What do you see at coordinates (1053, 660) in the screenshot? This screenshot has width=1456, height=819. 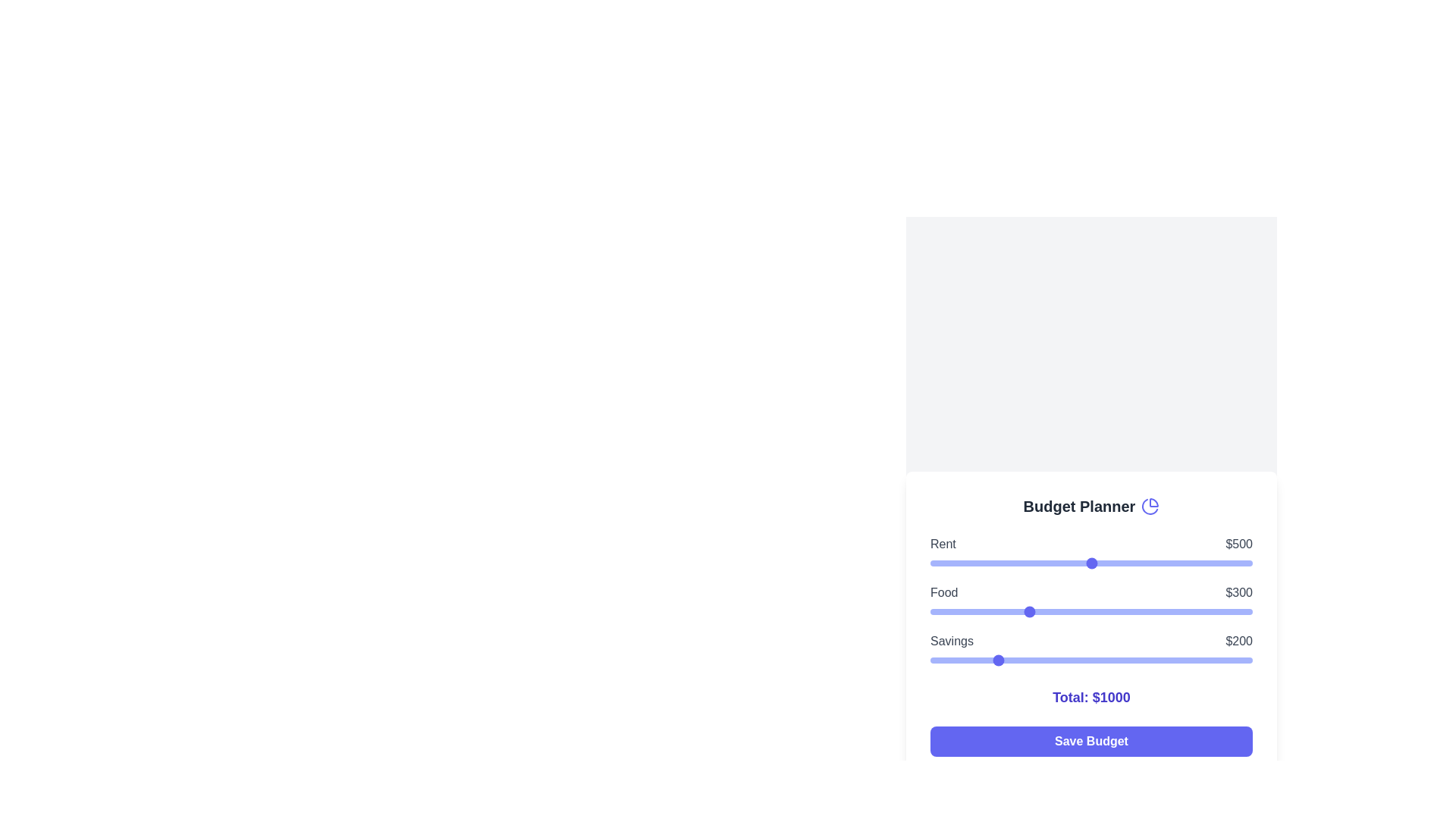 I see `the savings slider to 383` at bounding box center [1053, 660].